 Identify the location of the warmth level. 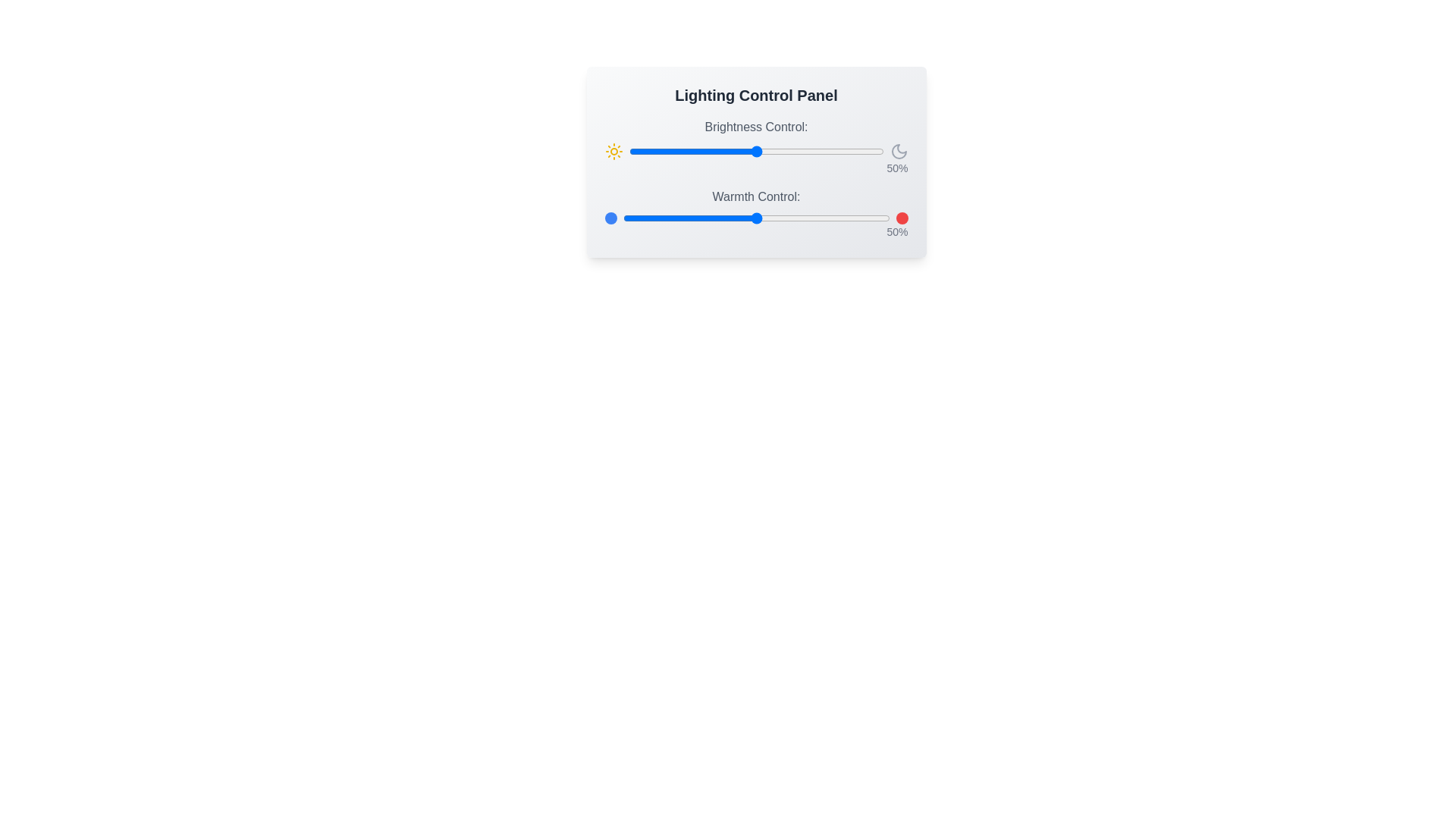
(710, 218).